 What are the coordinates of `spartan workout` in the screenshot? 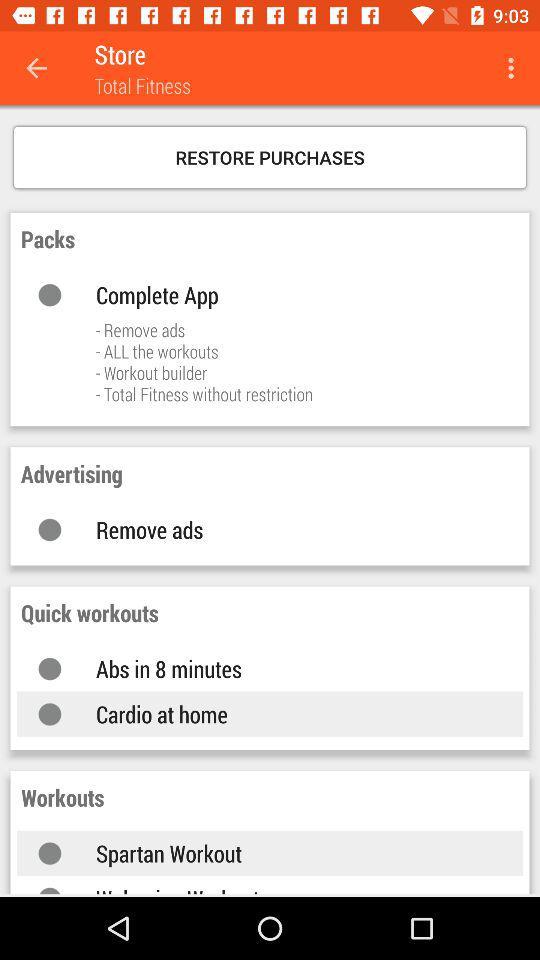 It's located at (288, 852).